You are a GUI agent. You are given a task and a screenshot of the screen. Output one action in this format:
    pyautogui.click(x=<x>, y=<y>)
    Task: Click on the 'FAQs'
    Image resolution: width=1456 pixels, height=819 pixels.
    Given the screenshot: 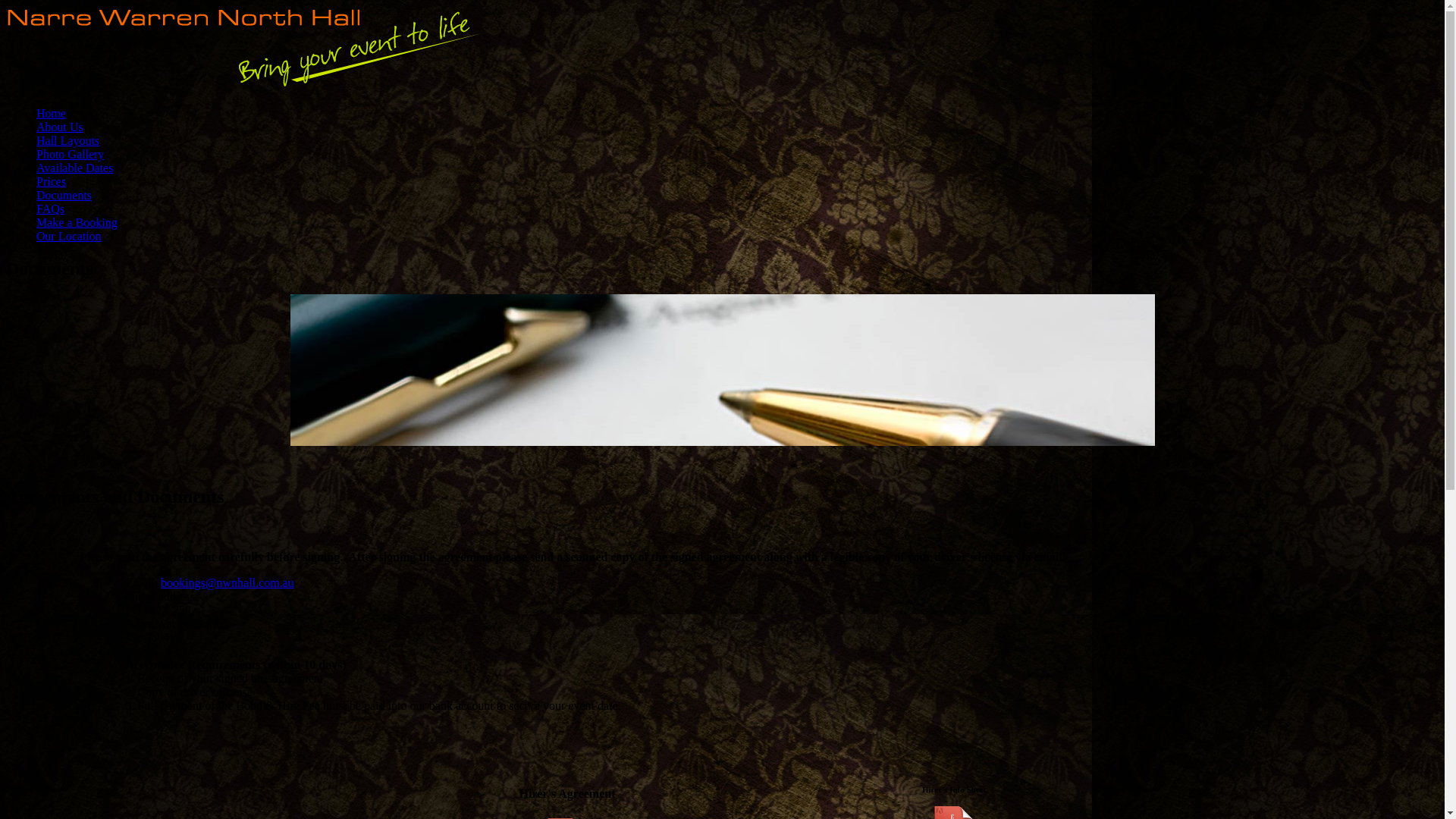 What is the action you would take?
    pyautogui.click(x=50, y=209)
    